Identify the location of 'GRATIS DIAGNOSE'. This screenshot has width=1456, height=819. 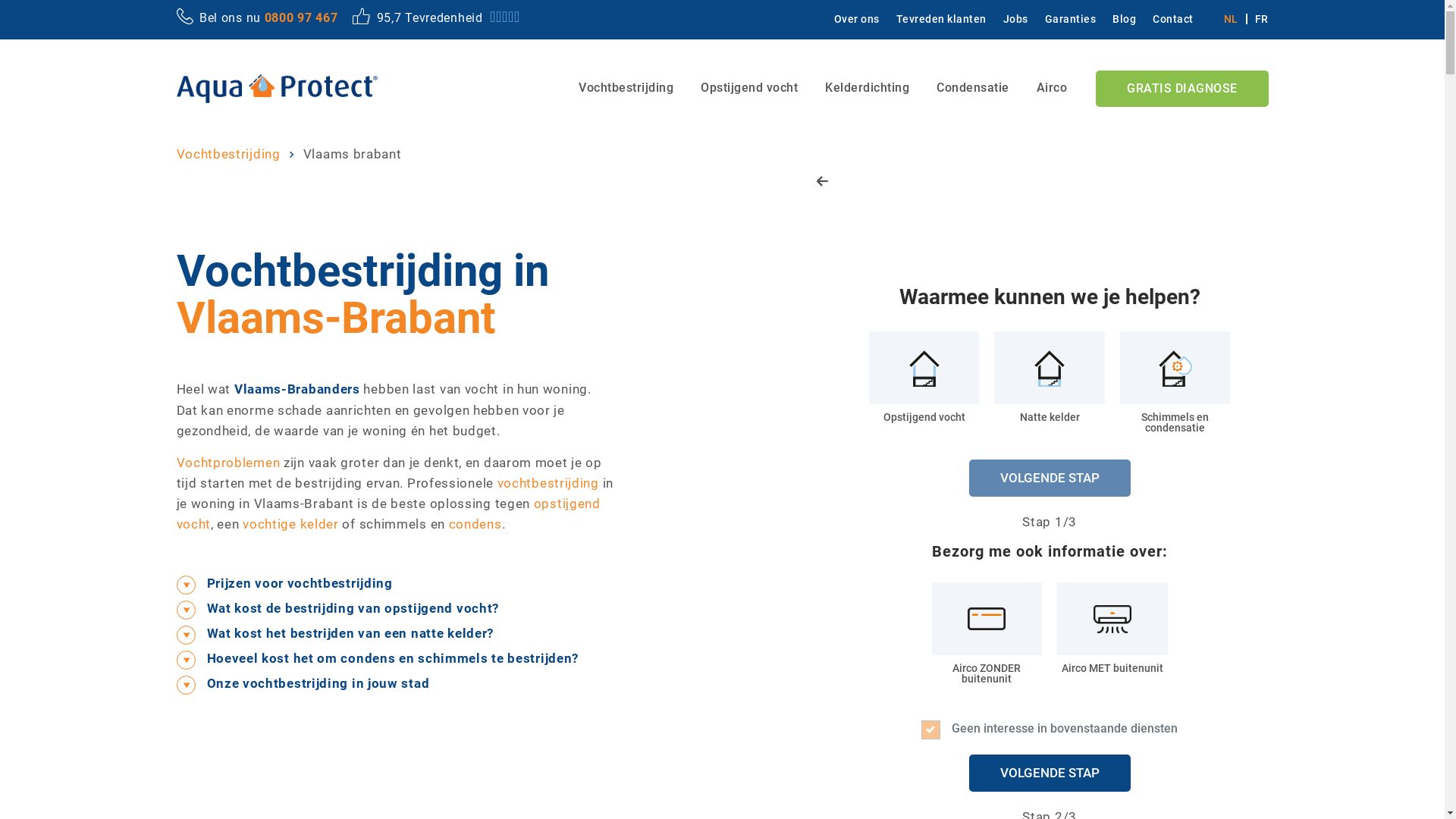
(1181, 88).